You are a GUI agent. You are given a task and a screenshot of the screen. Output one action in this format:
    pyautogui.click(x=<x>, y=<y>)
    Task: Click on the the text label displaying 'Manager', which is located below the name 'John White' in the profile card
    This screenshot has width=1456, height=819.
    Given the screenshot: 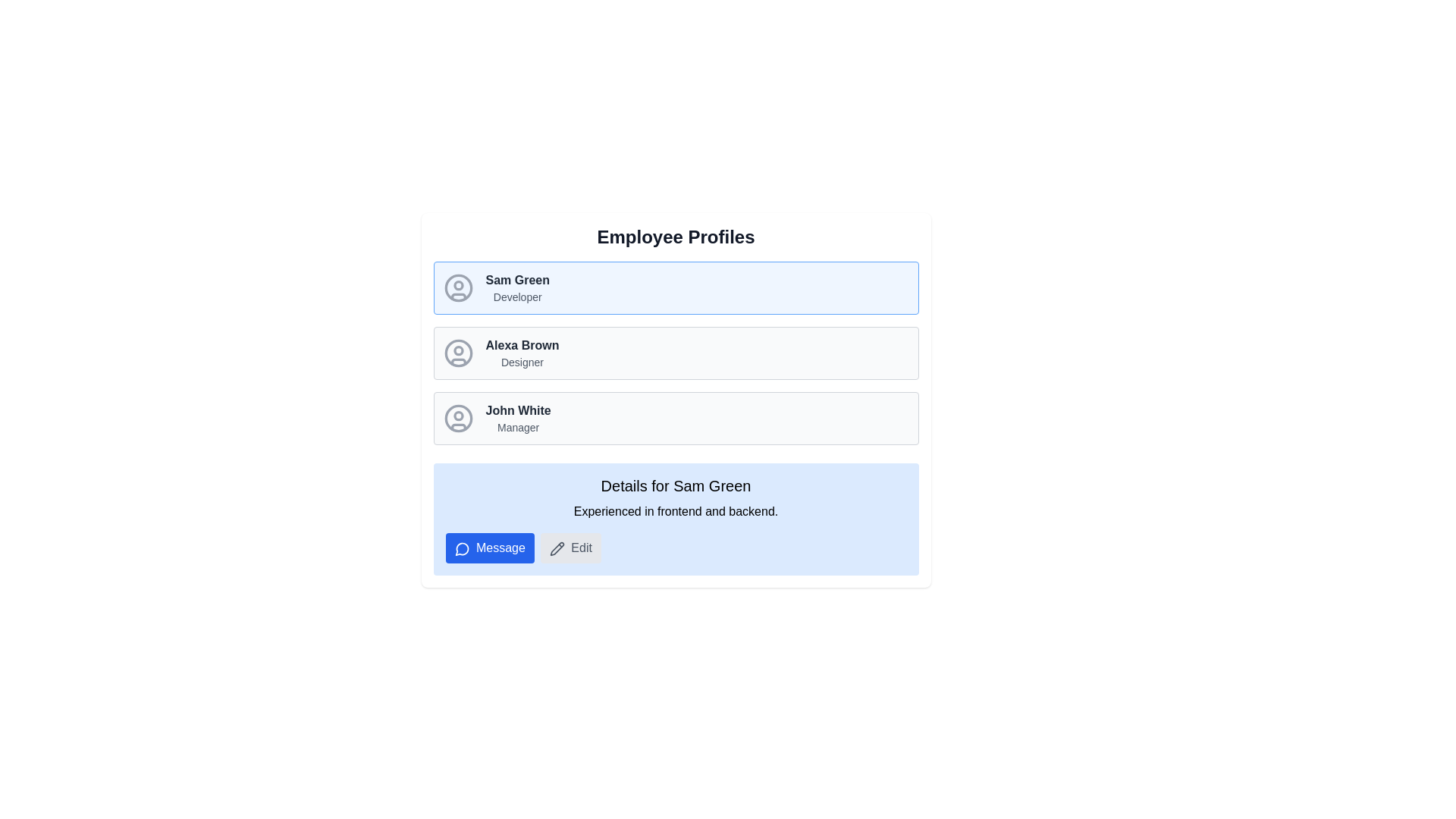 What is the action you would take?
    pyautogui.click(x=518, y=427)
    